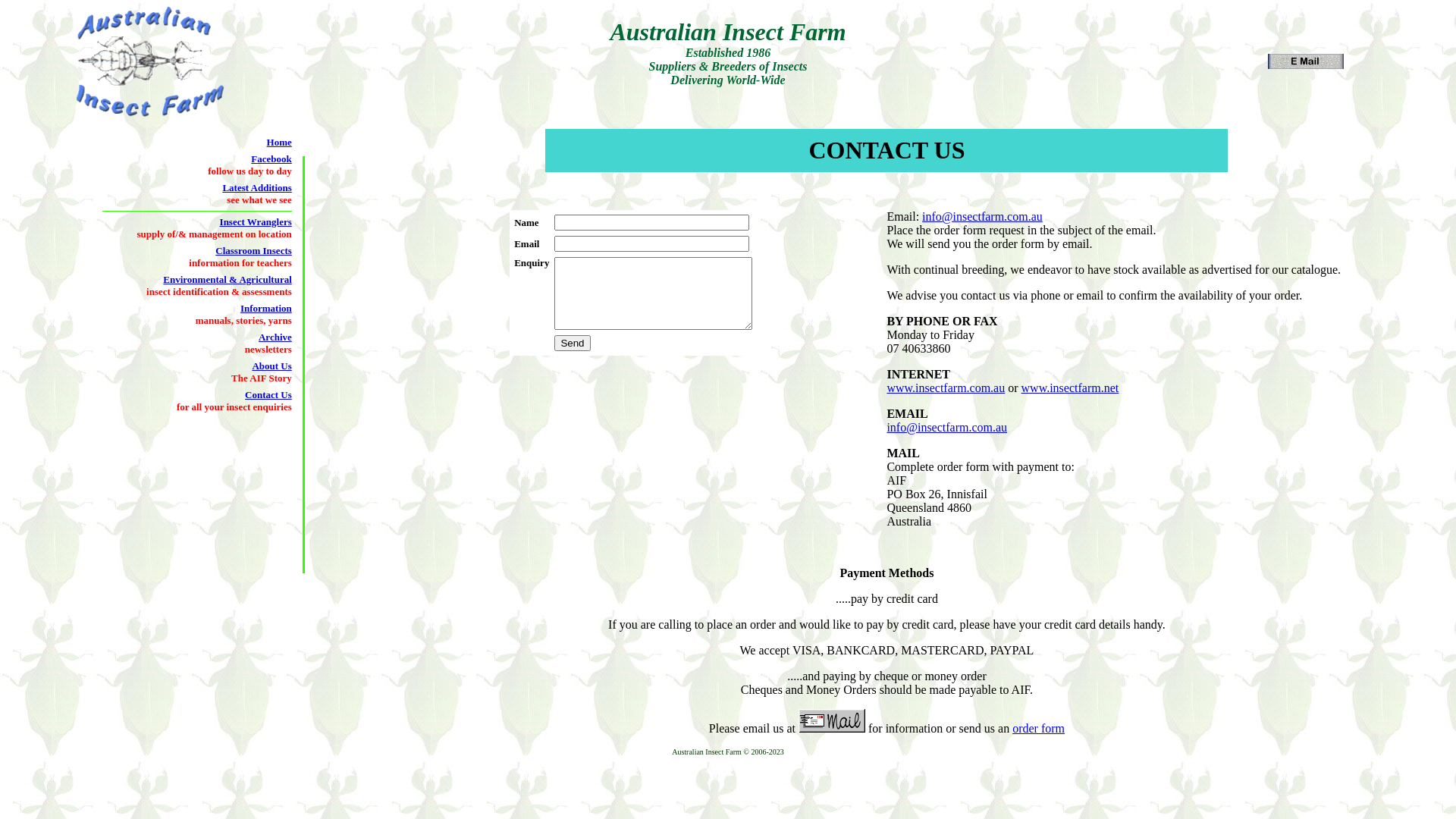 The image size is (1456, 819). I want to click on 'Insect Wranglers', so click(218, 221).